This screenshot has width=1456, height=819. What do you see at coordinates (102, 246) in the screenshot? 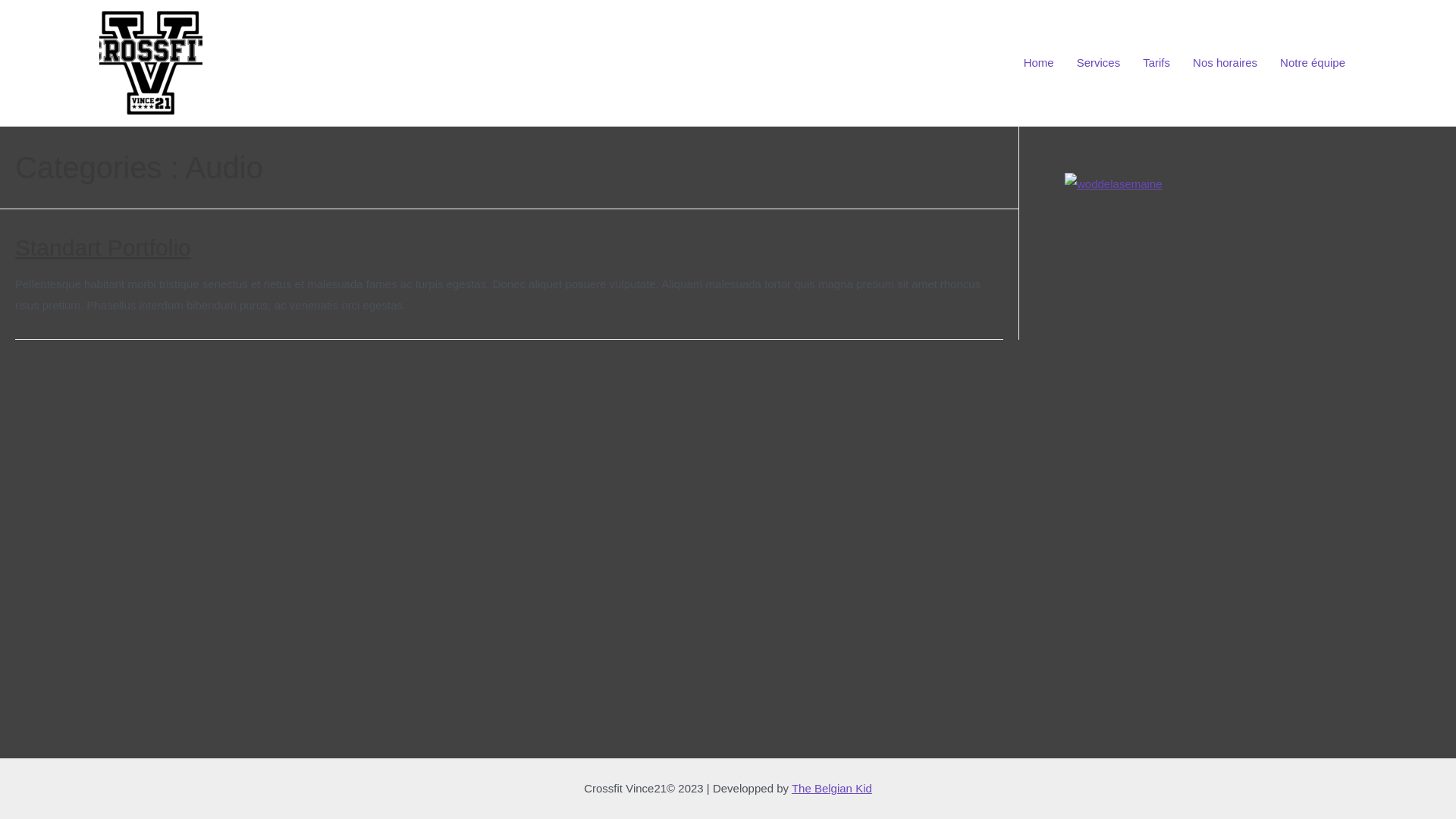
I see `'Standart Portfolio'` at bounding box center [102, 246].